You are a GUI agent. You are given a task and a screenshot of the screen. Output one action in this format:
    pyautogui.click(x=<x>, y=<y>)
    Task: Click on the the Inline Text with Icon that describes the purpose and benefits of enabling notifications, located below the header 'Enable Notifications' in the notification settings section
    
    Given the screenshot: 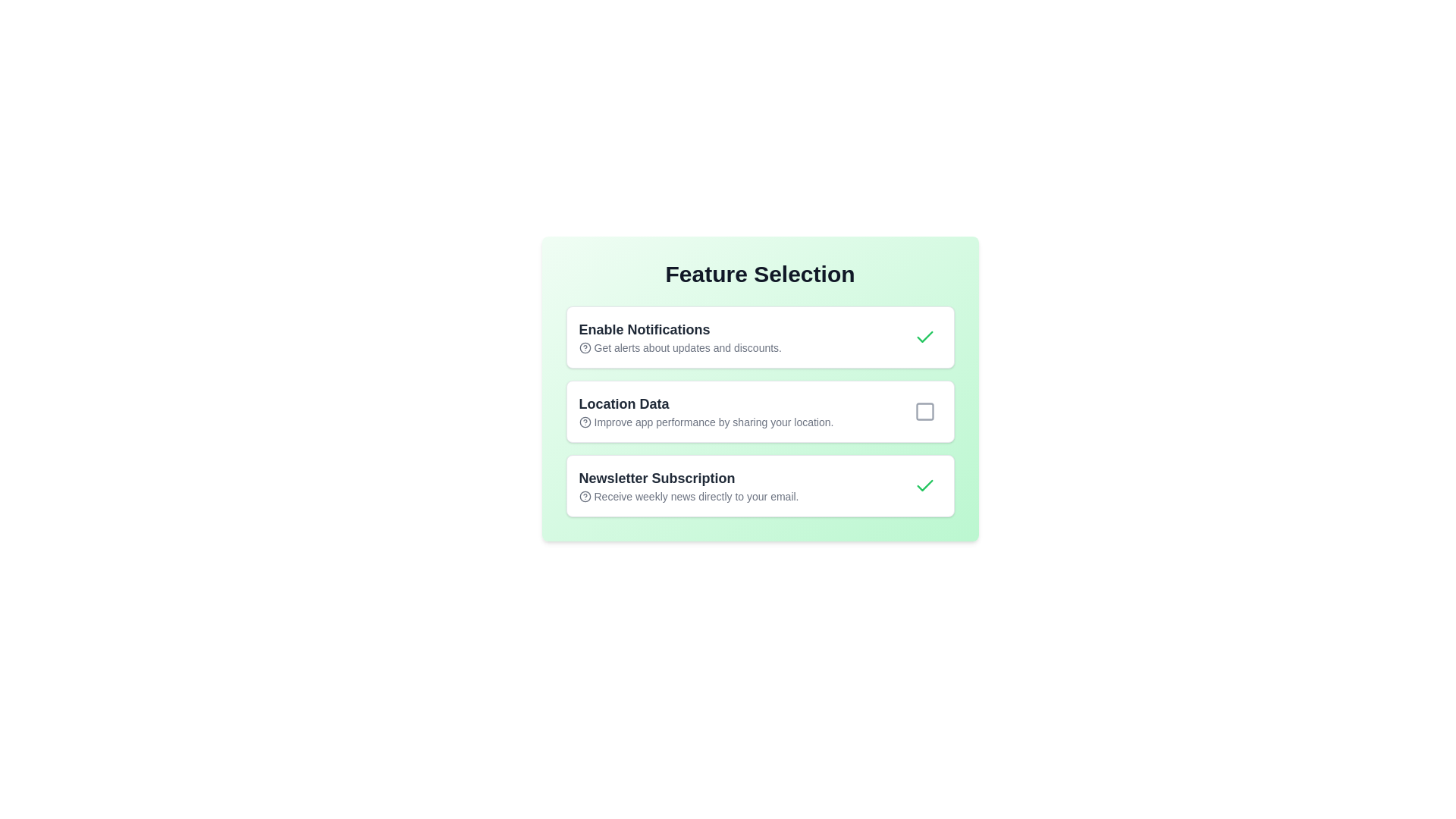 What is the action you would take?
    pyautogui.click(x=679, y=348)
    